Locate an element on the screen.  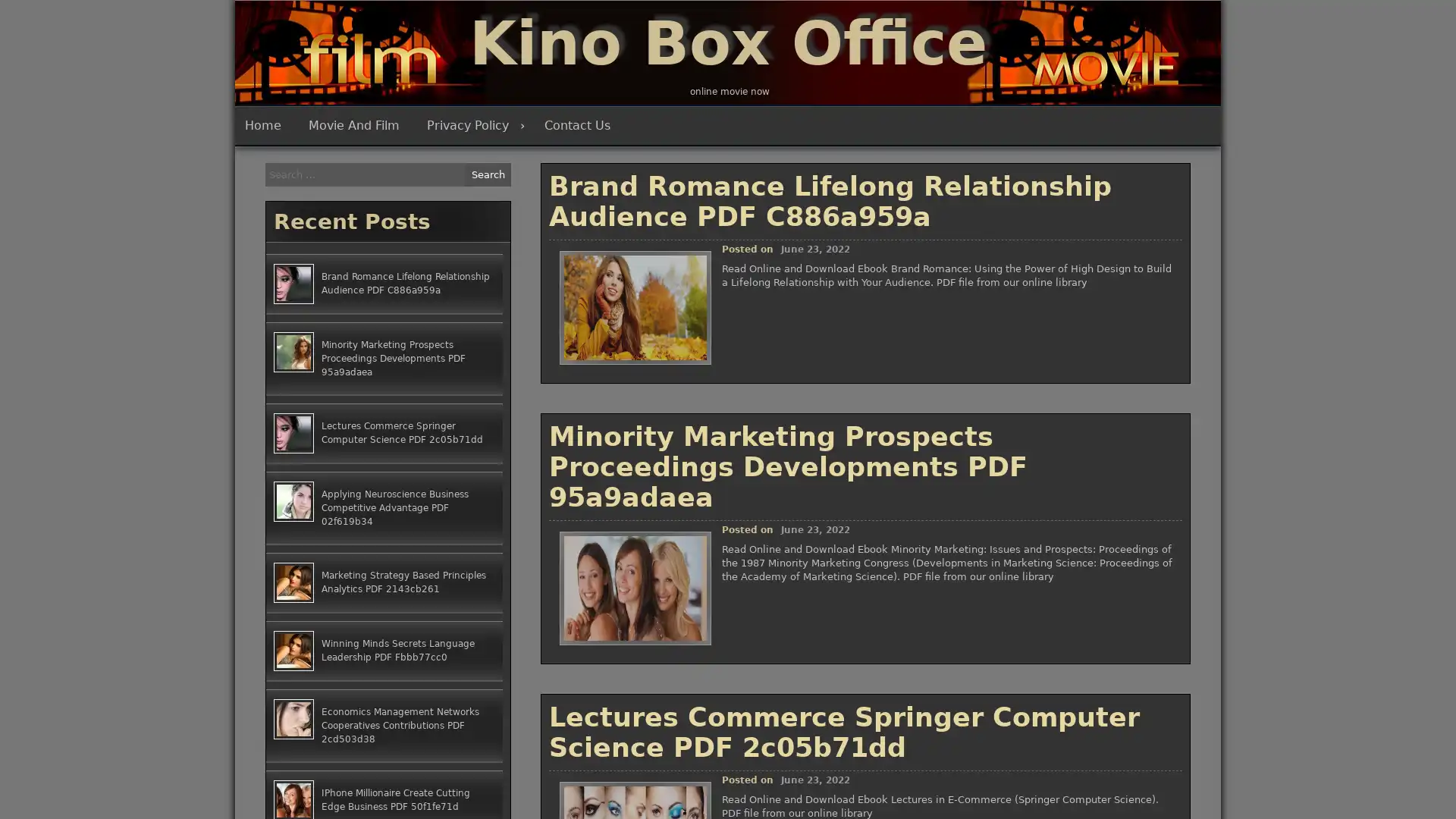
Search is located at coordinates (488, 174).